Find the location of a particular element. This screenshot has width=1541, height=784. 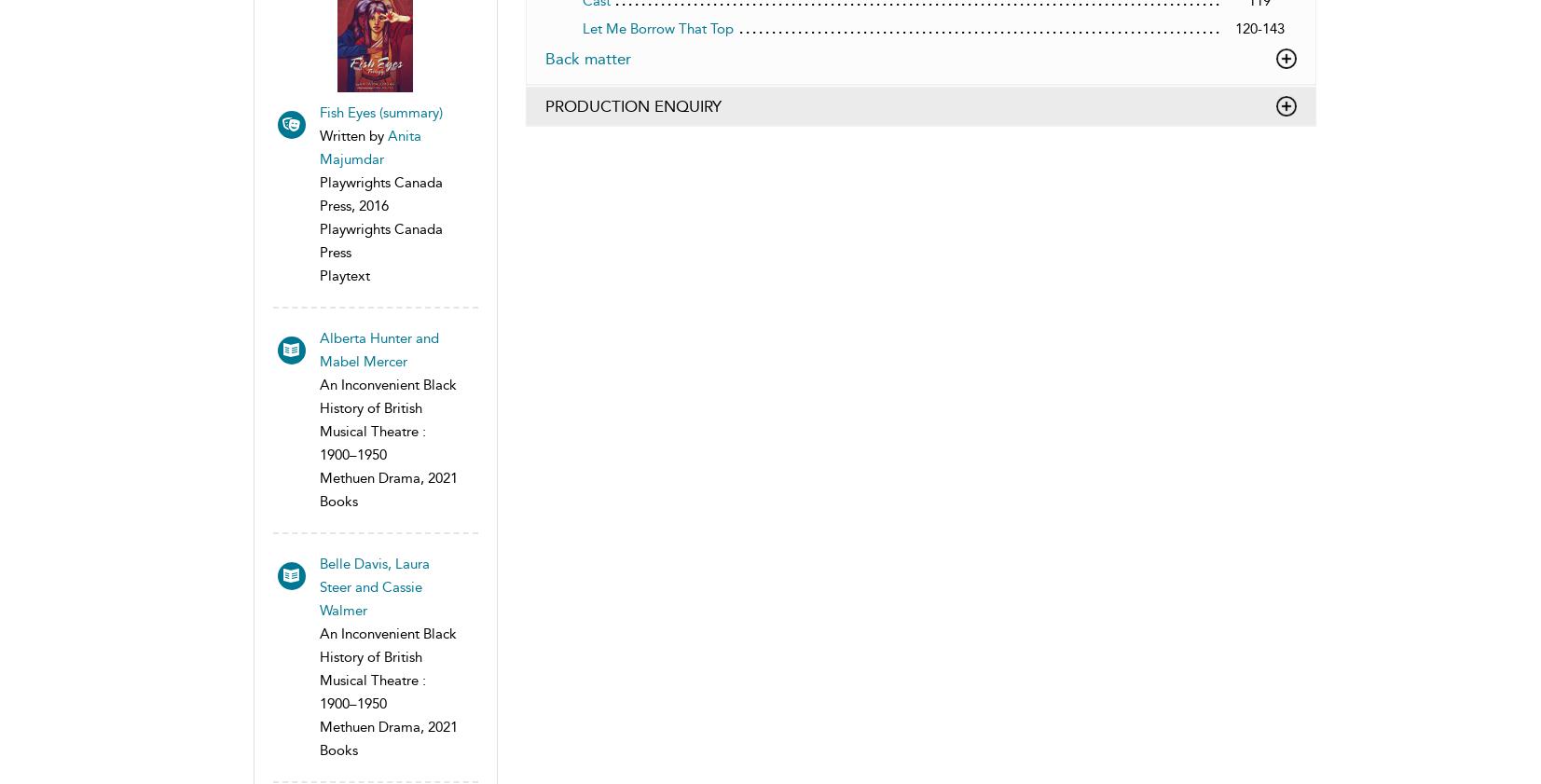

'Playwrights Canada Press' is located at coordinates (318, 240).